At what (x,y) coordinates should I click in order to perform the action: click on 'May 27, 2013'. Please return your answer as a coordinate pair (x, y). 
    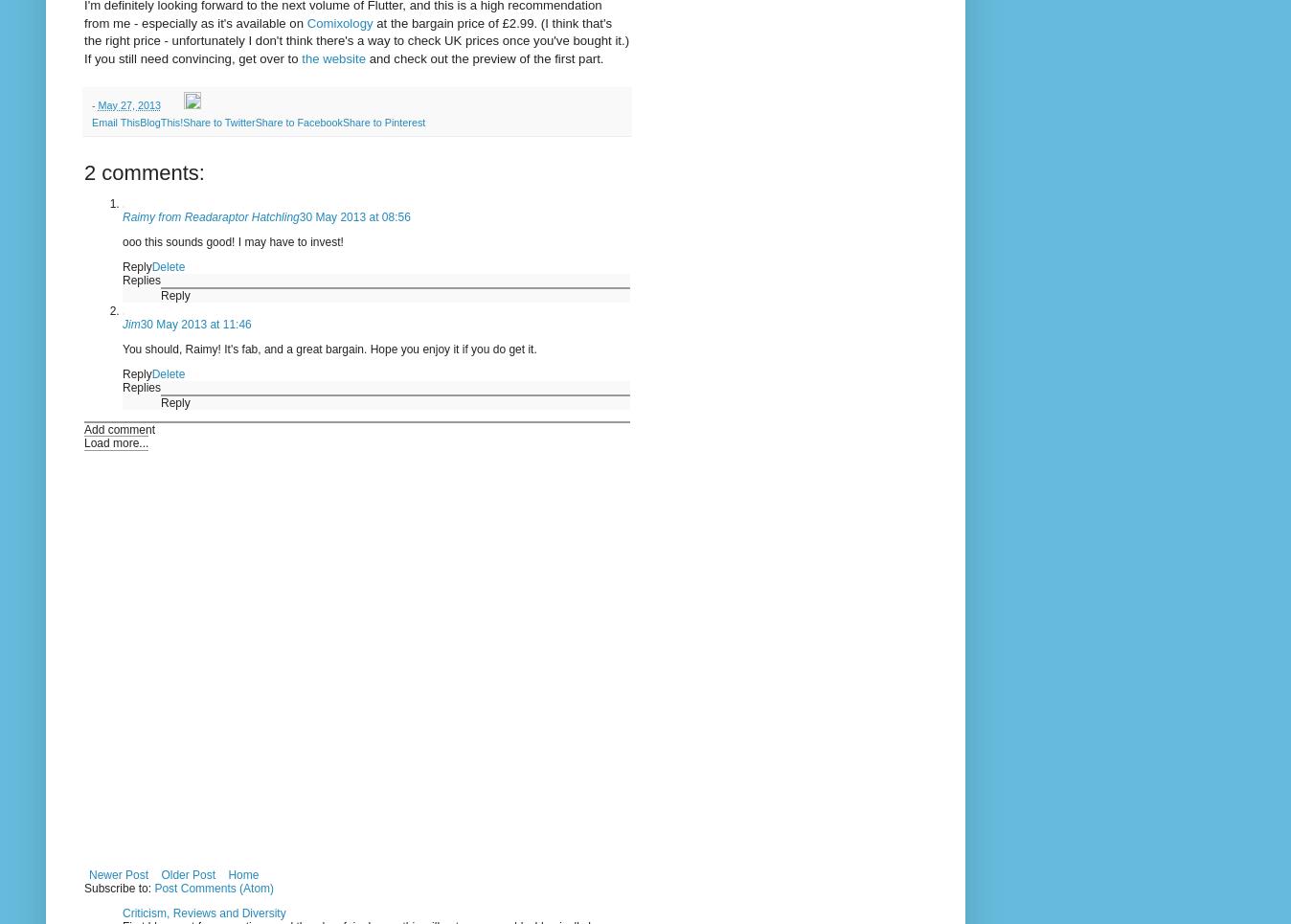
    Looking at the image, I should click on (127, 104).